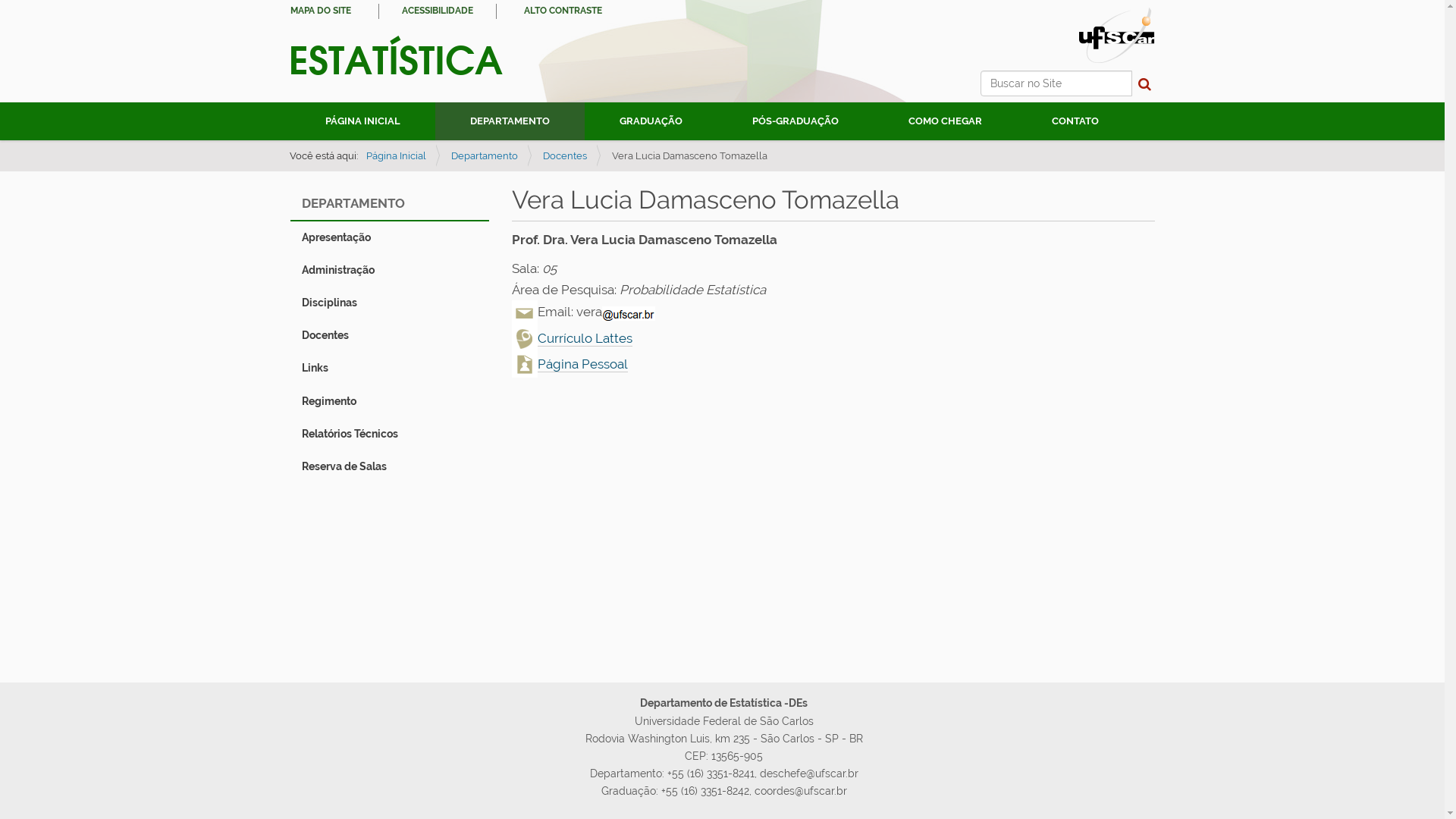 This screenshot has height=819, width=1456. Describe the element at coordinates (1116, 34) in the screenshot. I see `'Portal UFSCar'` at that location.